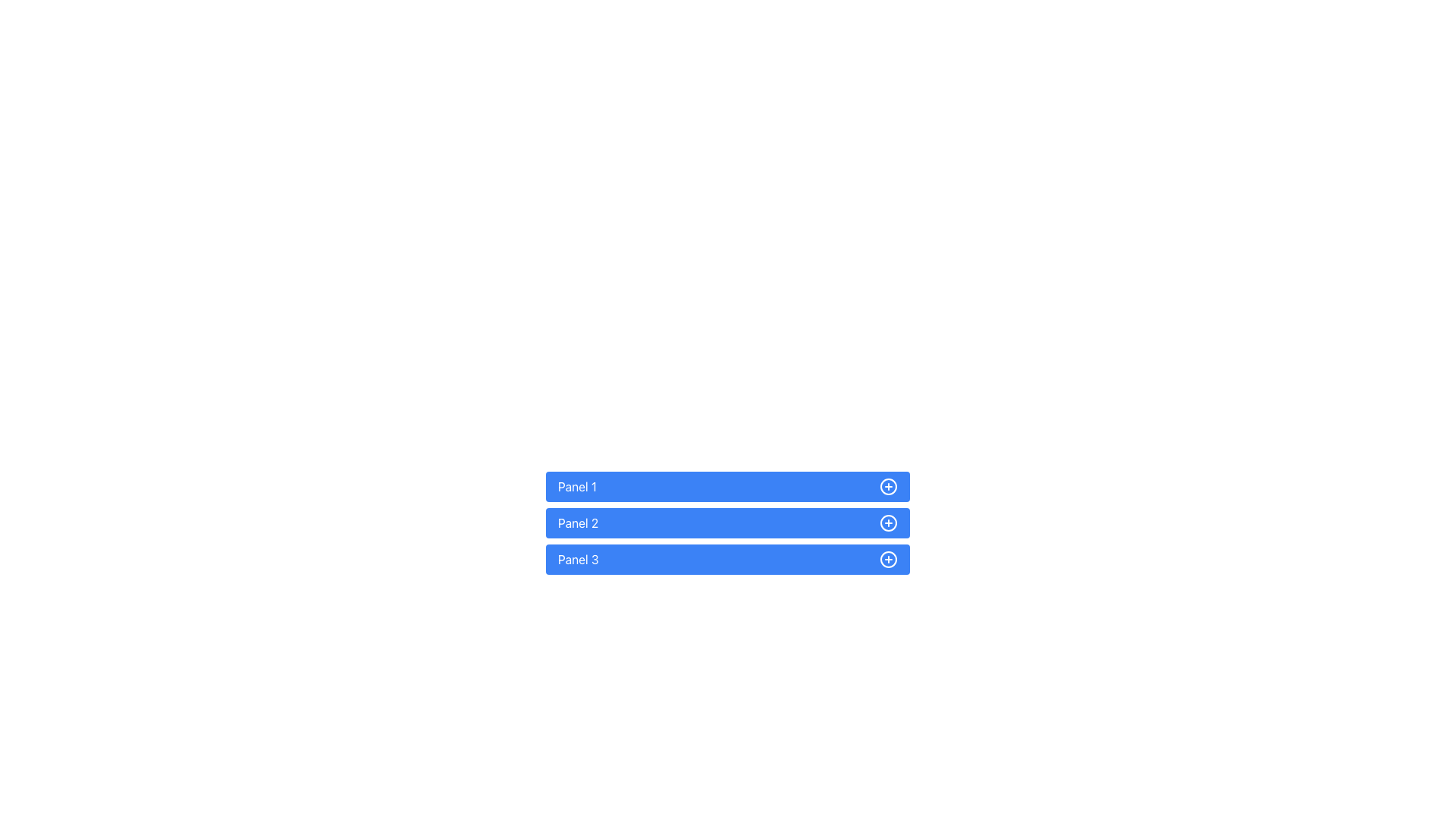 This screenshot has width=1456, height=819. I want to click on the blue rectangular panel labeled 'Panel 1', so click(728, 486).